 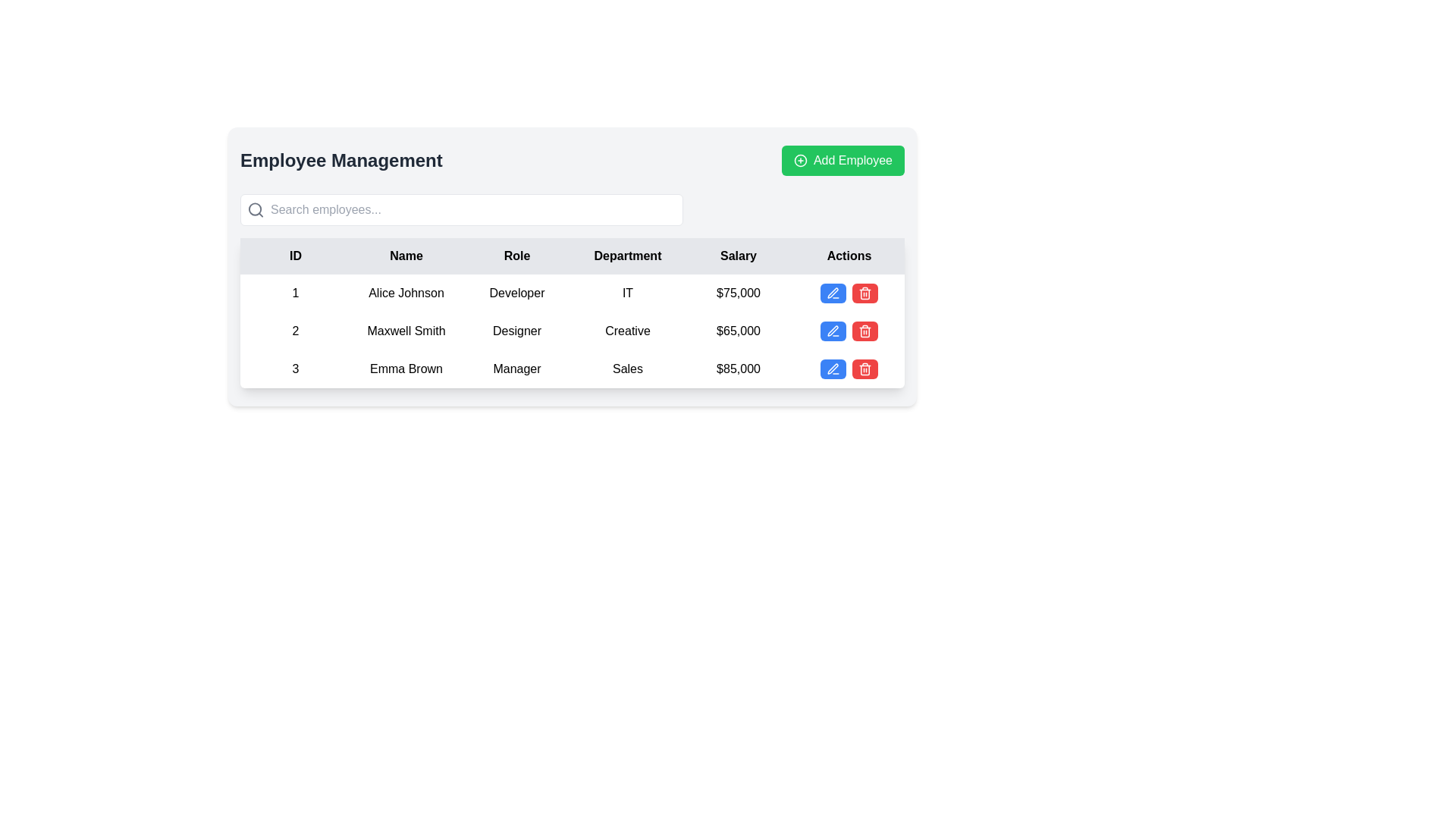 What do you see at coordinates (628, 330) in the screenshot?
I see `the text label in the fourth column of the row for 'Maxwell Smith' in the 'Employee Management' table, which indicates the 'Department' field` at bounding box center [628, 330].